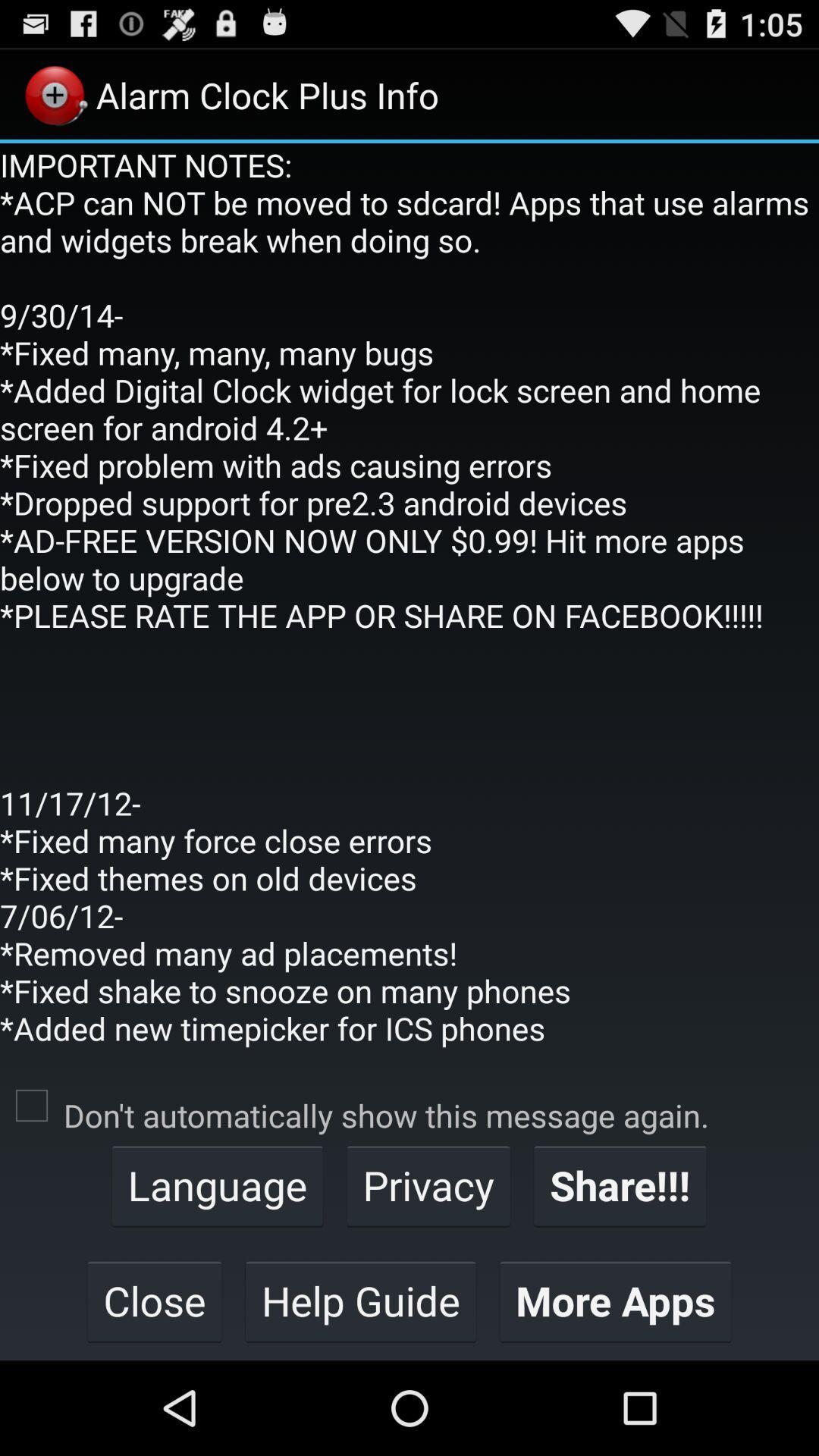 This screenshot has height=1456, width=819. Describe the element at coordinates (360, 1300) in the screenshot. I see `icon below language icon` at that location.